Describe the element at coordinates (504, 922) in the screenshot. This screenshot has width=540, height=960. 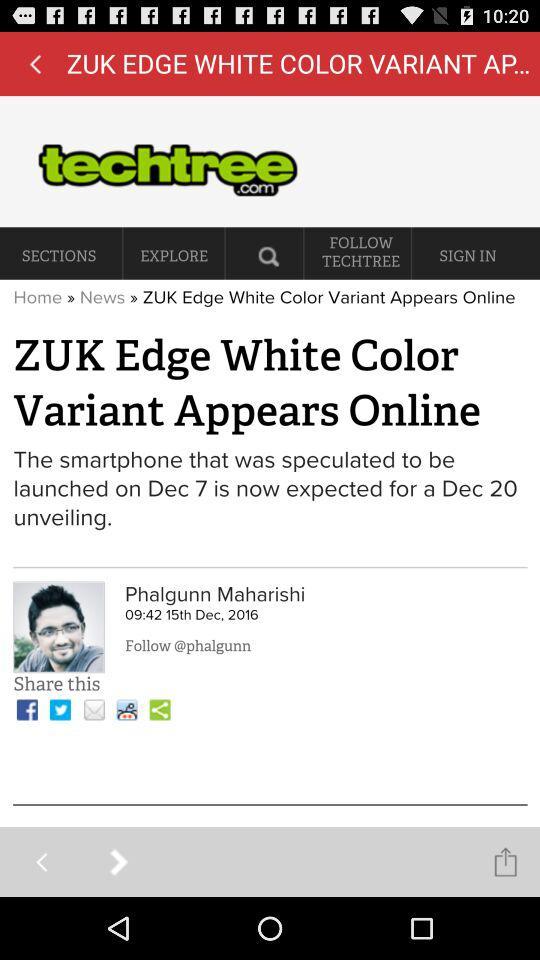
I see `the share icon` at that location.